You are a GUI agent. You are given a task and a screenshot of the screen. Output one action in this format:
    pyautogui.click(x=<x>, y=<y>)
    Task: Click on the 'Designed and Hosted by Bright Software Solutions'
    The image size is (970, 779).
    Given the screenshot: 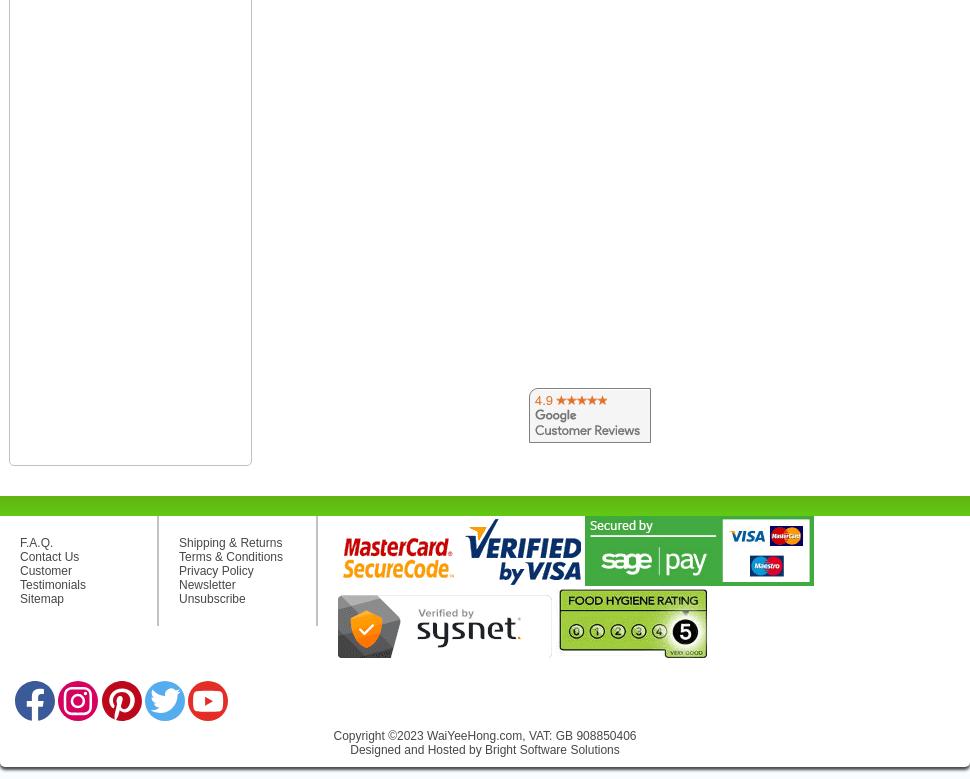 What is the action you would take?
    pyautogui.click(x=483, y=749)
    